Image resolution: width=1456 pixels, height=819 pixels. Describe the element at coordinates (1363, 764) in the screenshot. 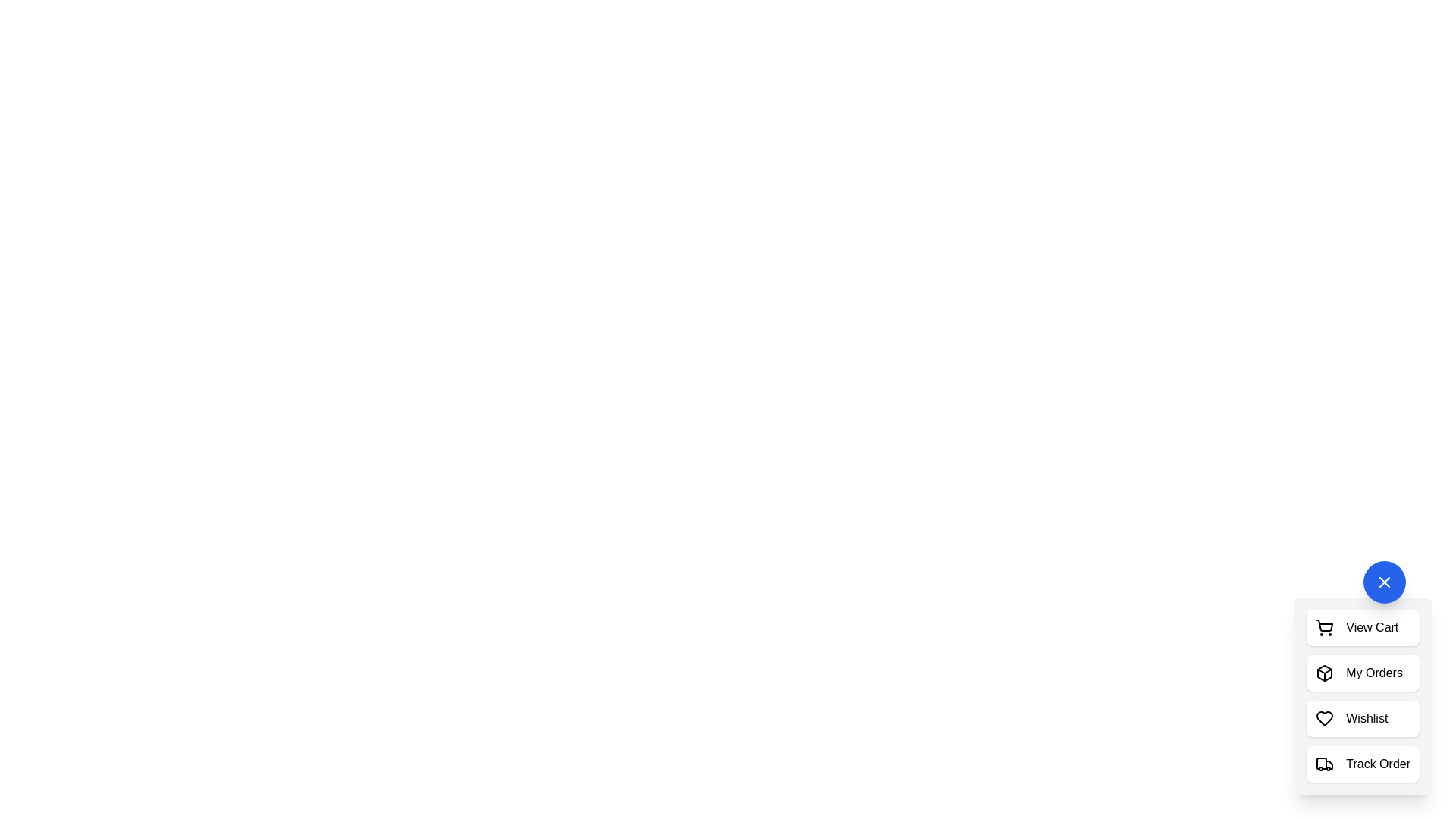

I see `the 'Track Order' button` at that location.